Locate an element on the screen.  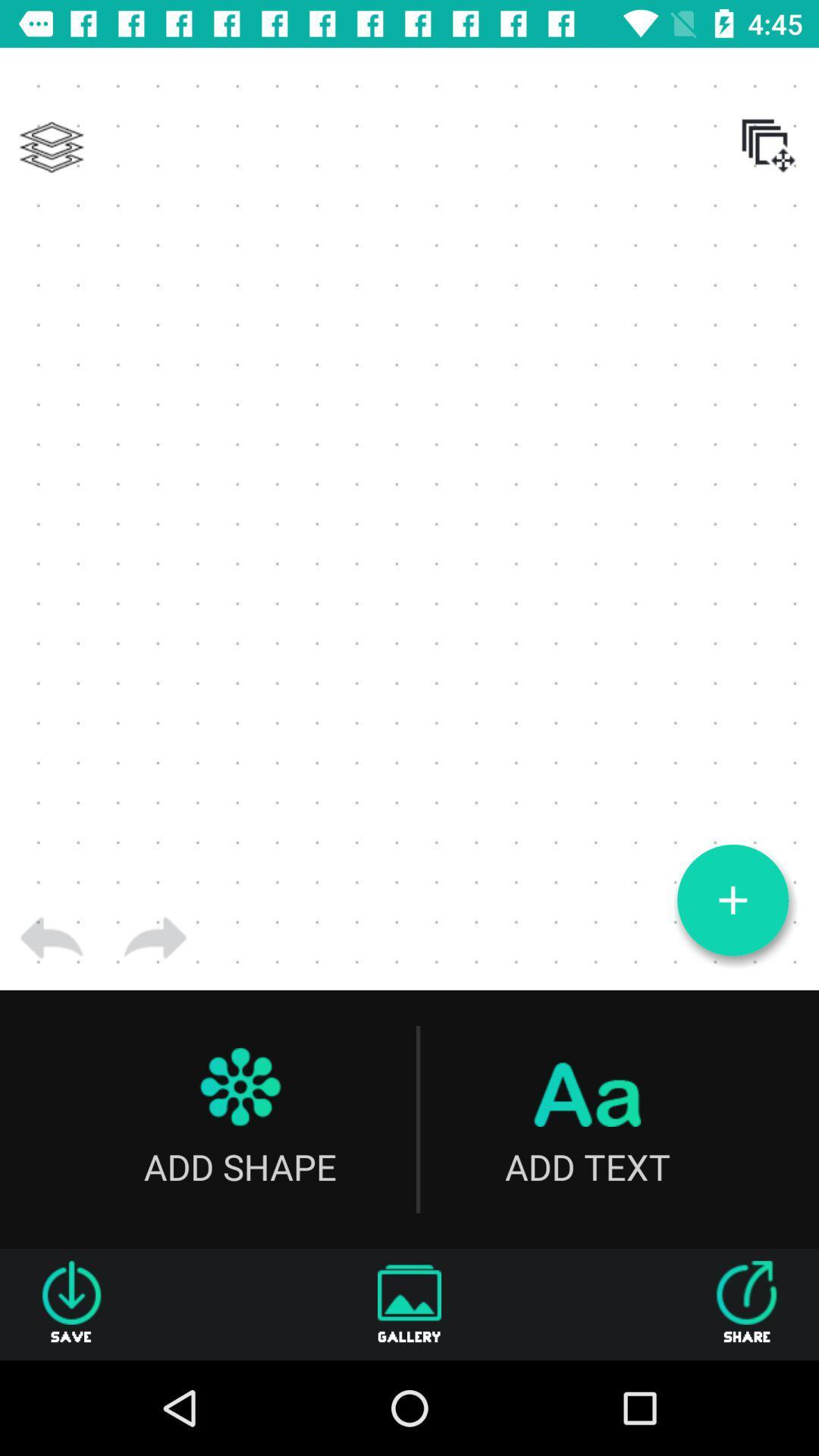
the add icon is located at coordinates (732, 900).